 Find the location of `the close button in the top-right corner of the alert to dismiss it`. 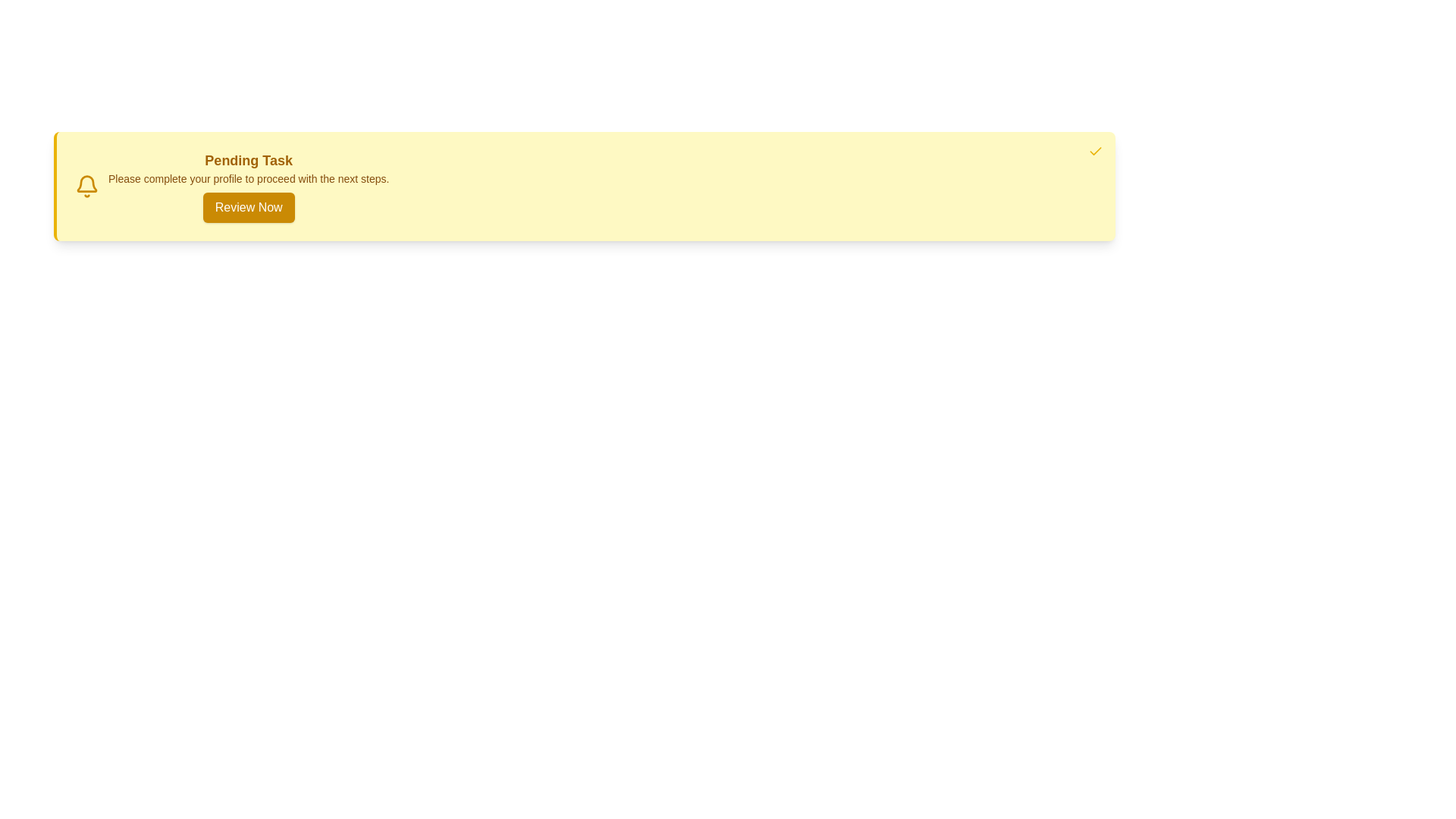

the close button in the top-right corner of the alert to dismiss it is located at coordinates (1095, 152).